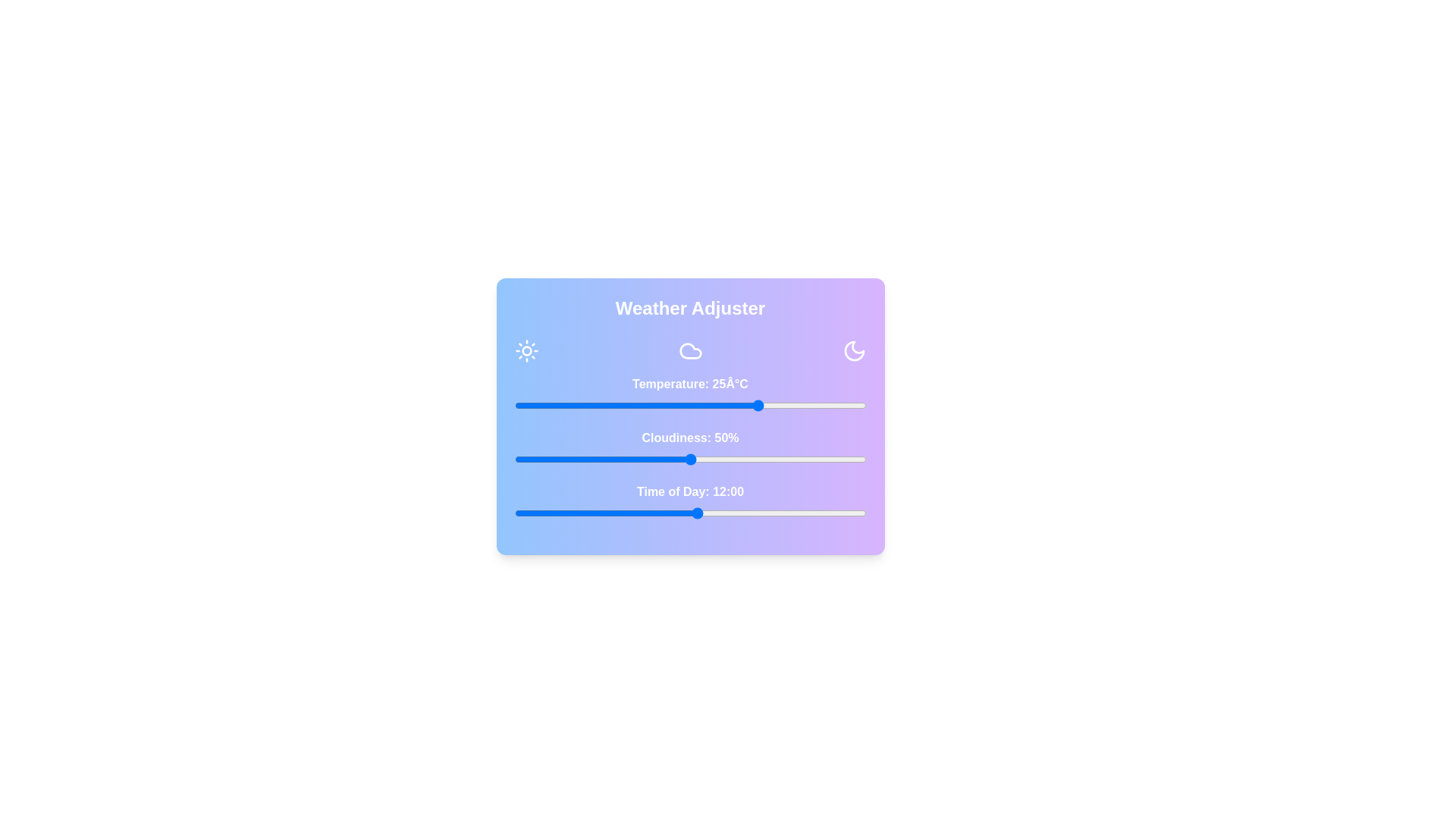 The height and width of the screenshot is (819, 1456). I want to click on the cloudiness level, so click(767, 458).